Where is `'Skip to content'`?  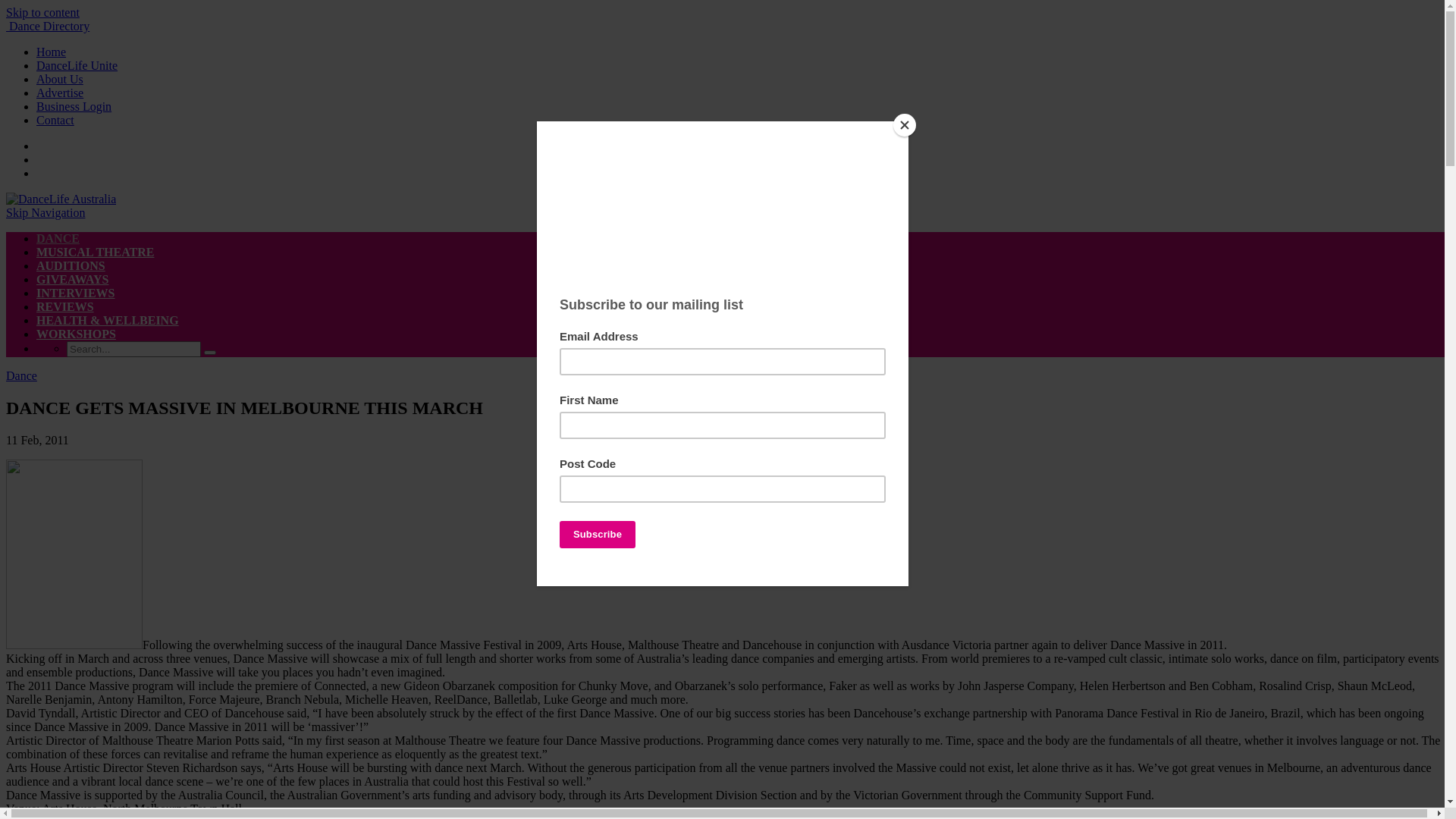
'Skip to content' is located at coordinates (42, 12).